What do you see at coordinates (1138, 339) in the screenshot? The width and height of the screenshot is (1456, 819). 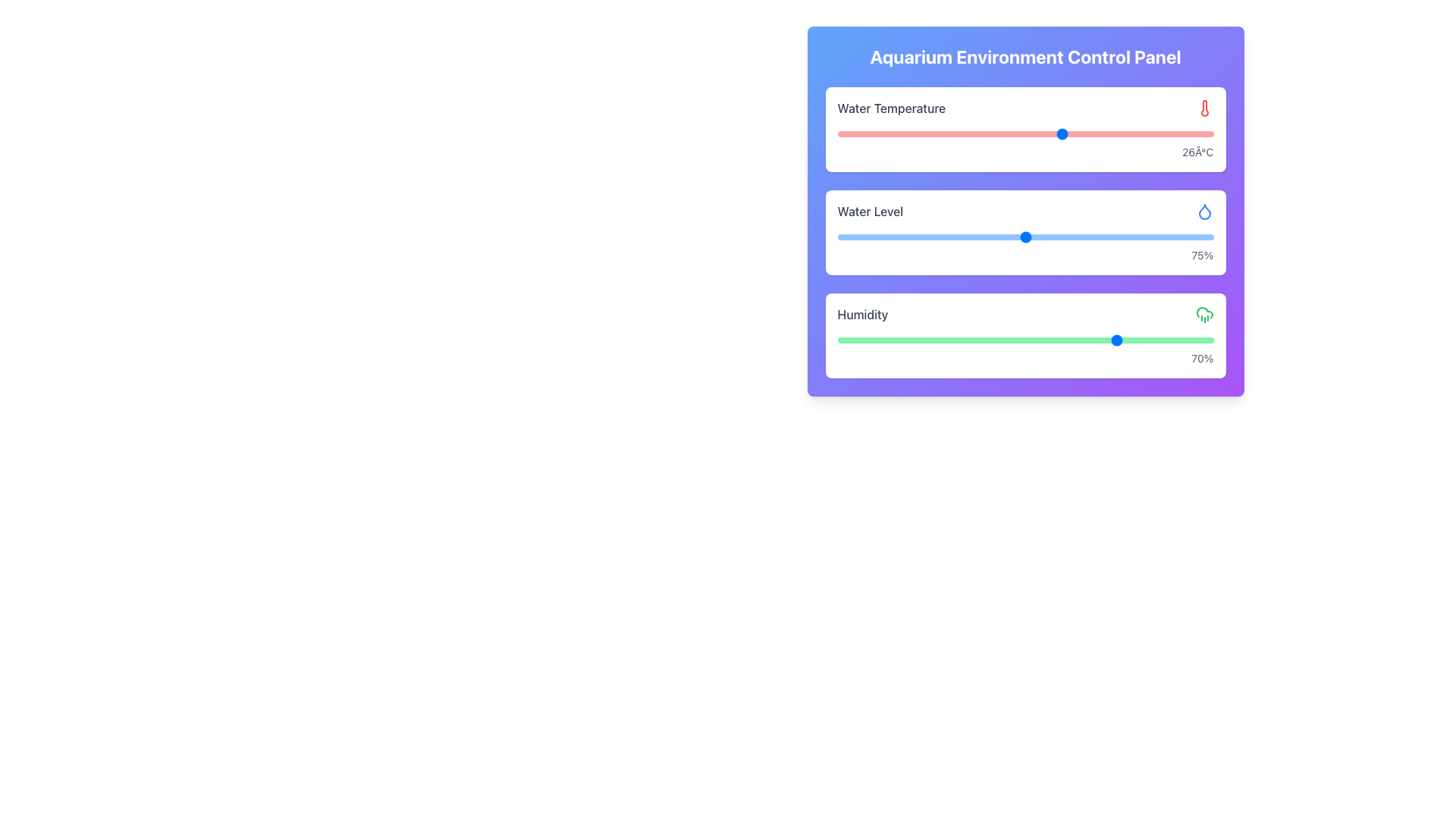 I see `humidity` at bounding box center [1138, 339].